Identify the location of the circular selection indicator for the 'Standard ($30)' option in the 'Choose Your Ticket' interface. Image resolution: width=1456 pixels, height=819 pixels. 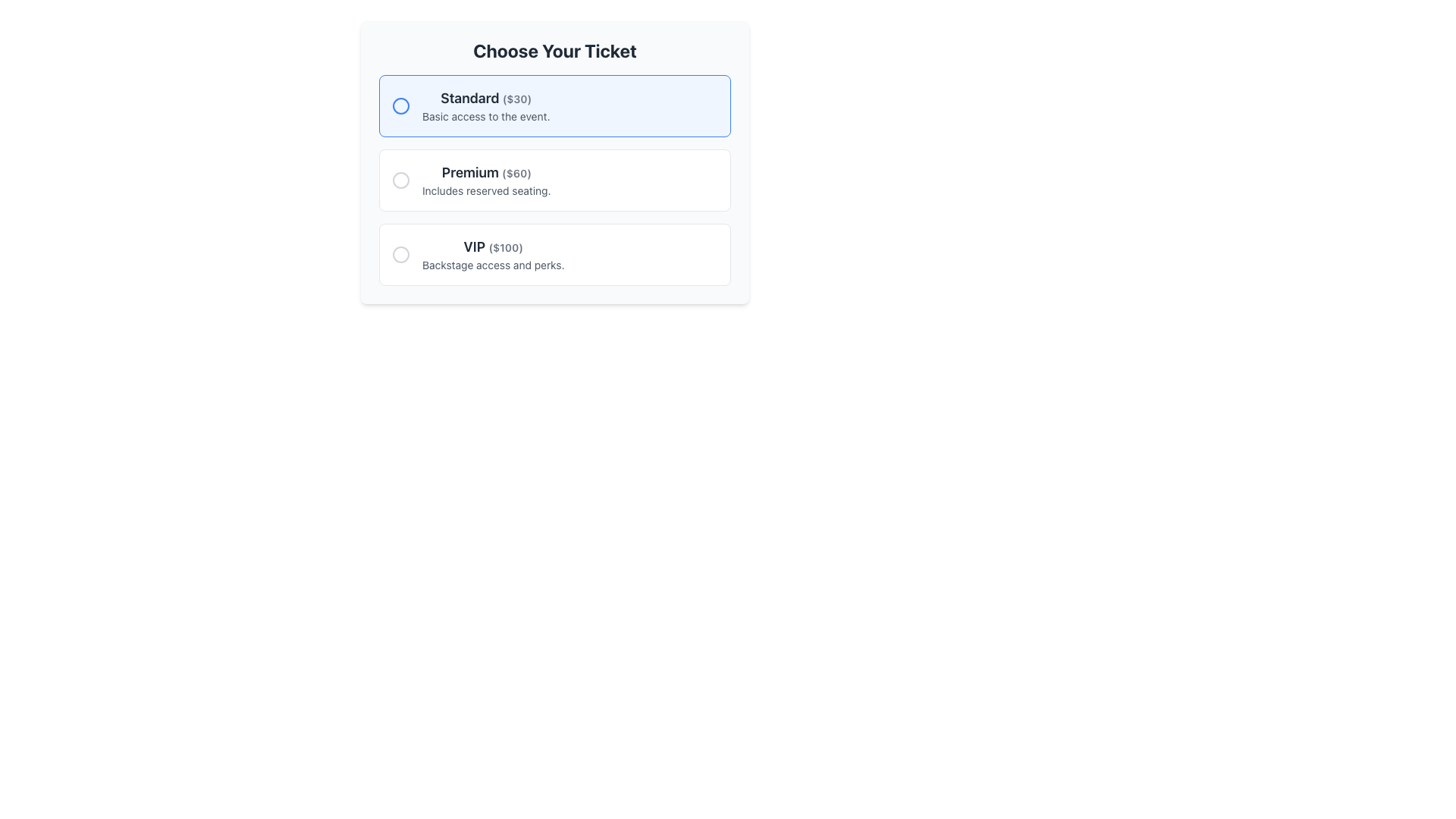
(400, 105).